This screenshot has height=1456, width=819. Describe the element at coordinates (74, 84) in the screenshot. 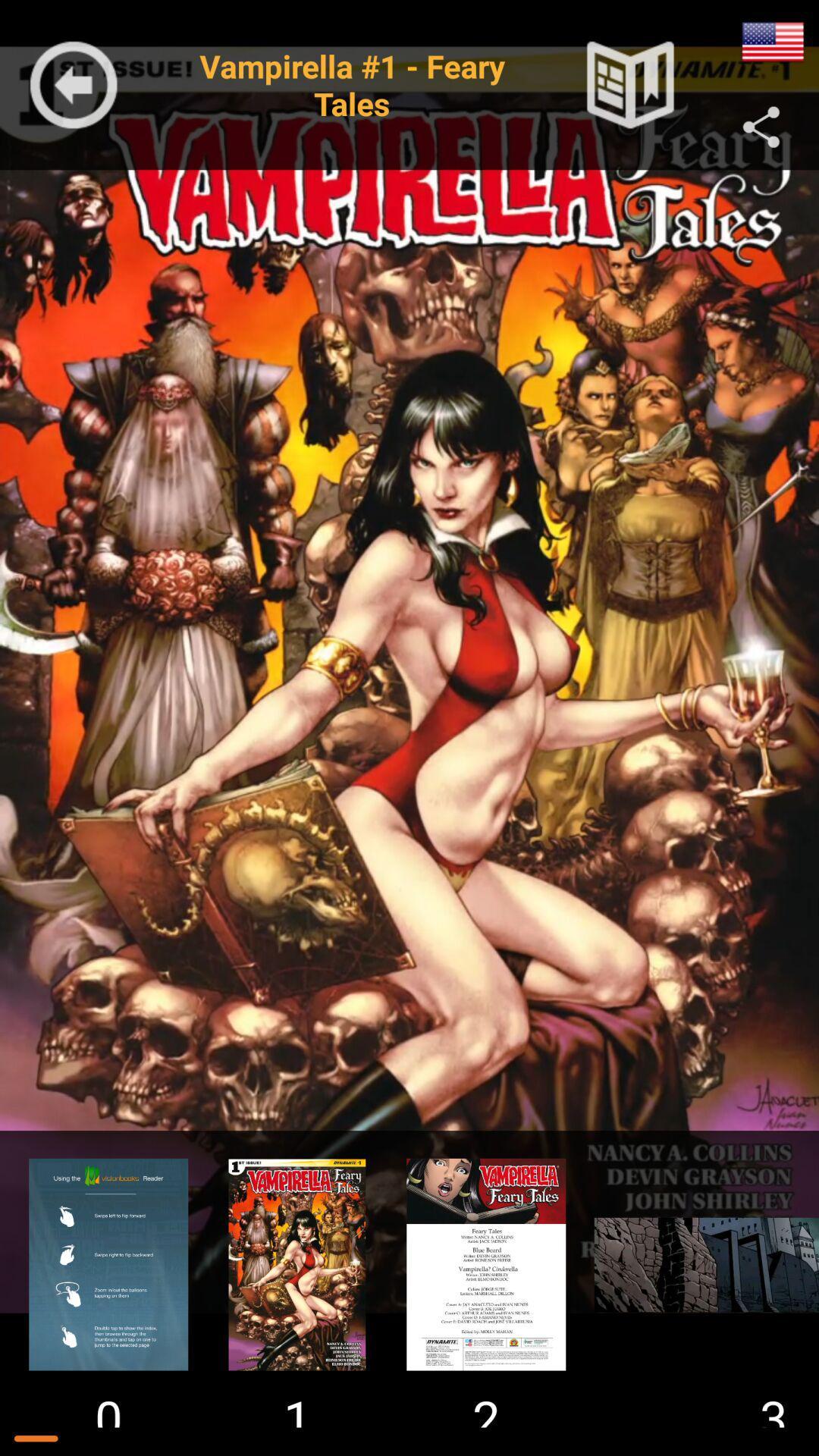

I see `go back` at that location.